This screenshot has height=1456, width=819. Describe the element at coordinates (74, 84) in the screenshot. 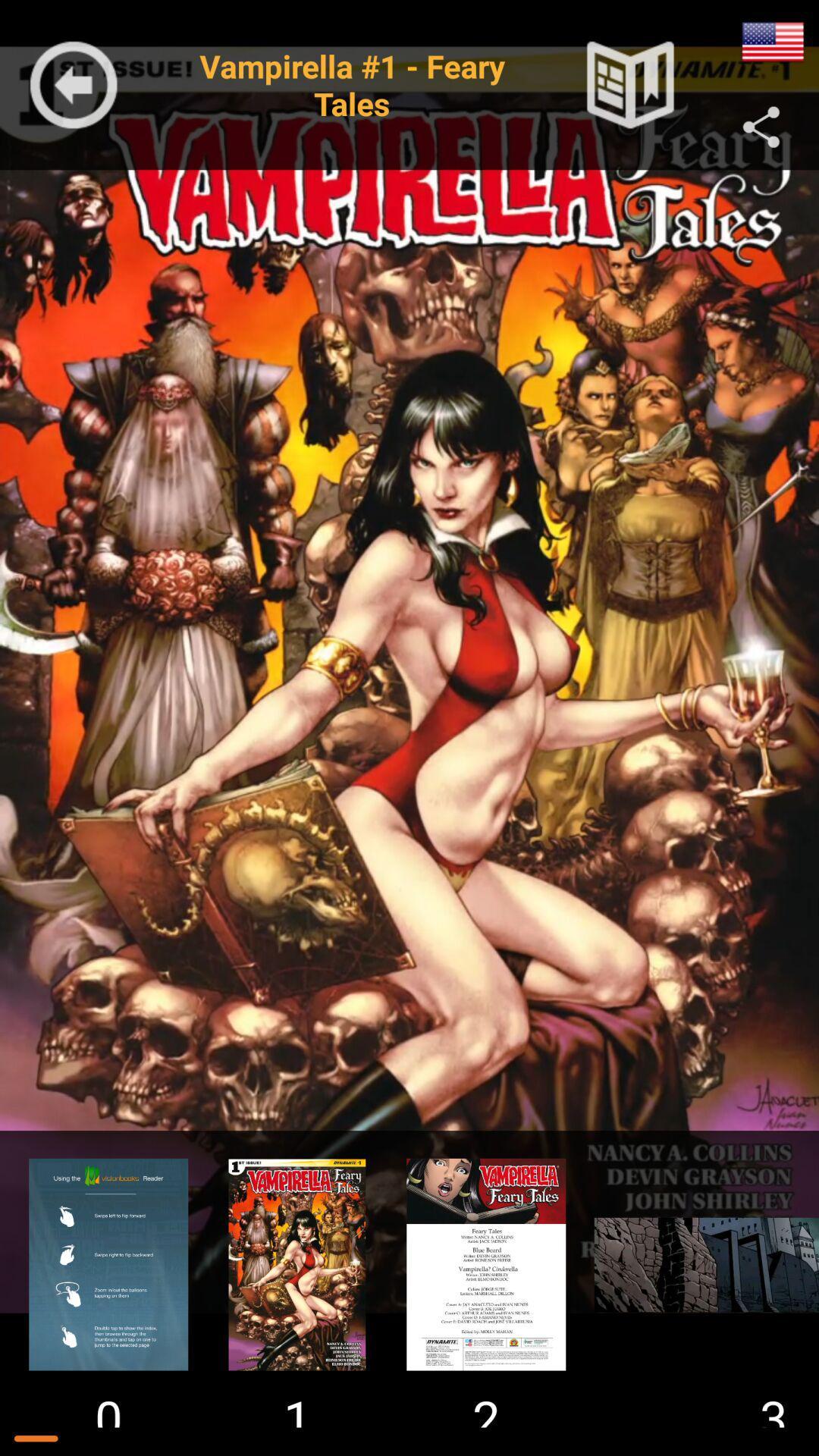

I see `go back` at that location.